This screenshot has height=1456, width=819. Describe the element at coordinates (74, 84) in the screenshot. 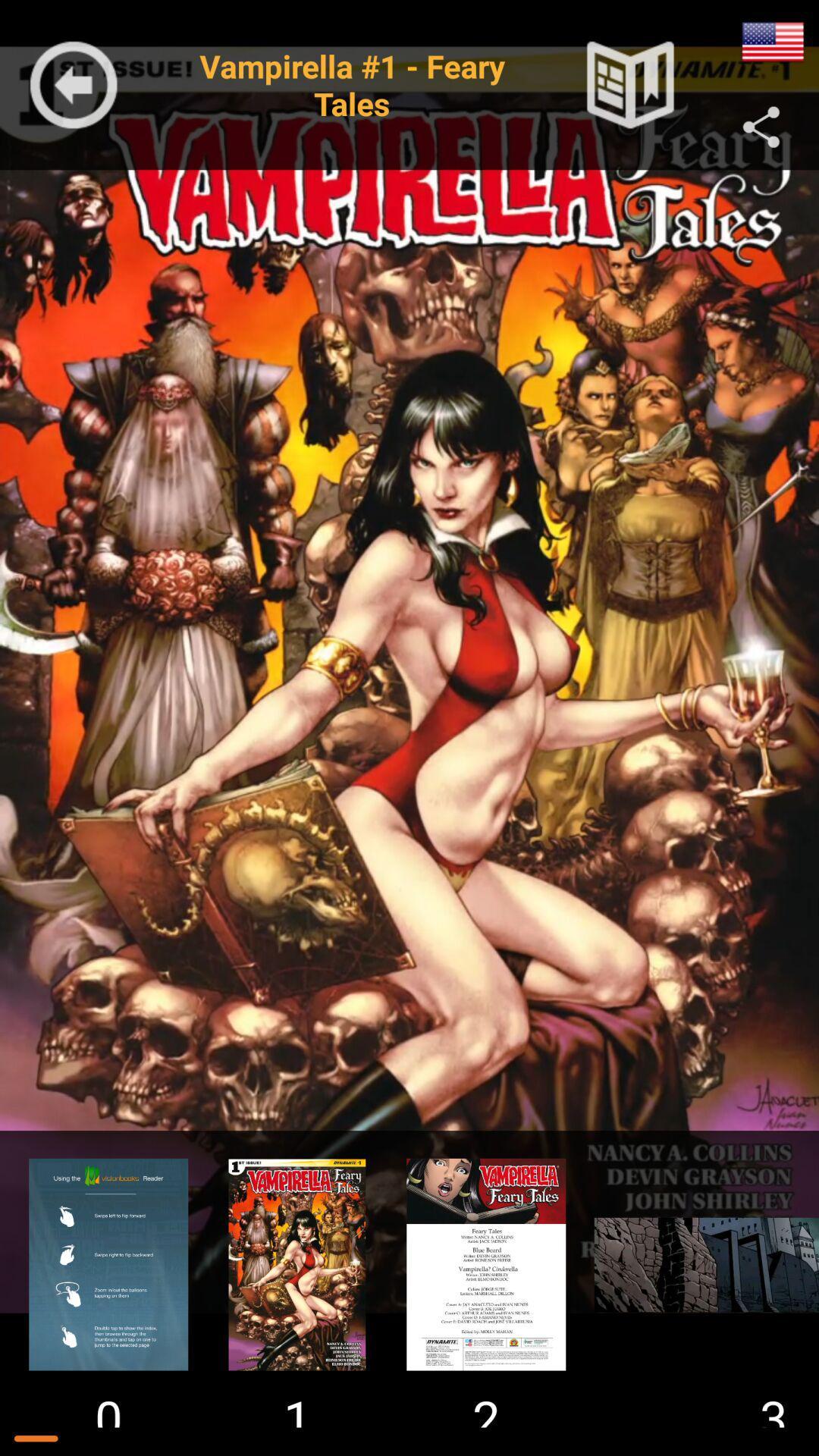

I see `go back` at that location.